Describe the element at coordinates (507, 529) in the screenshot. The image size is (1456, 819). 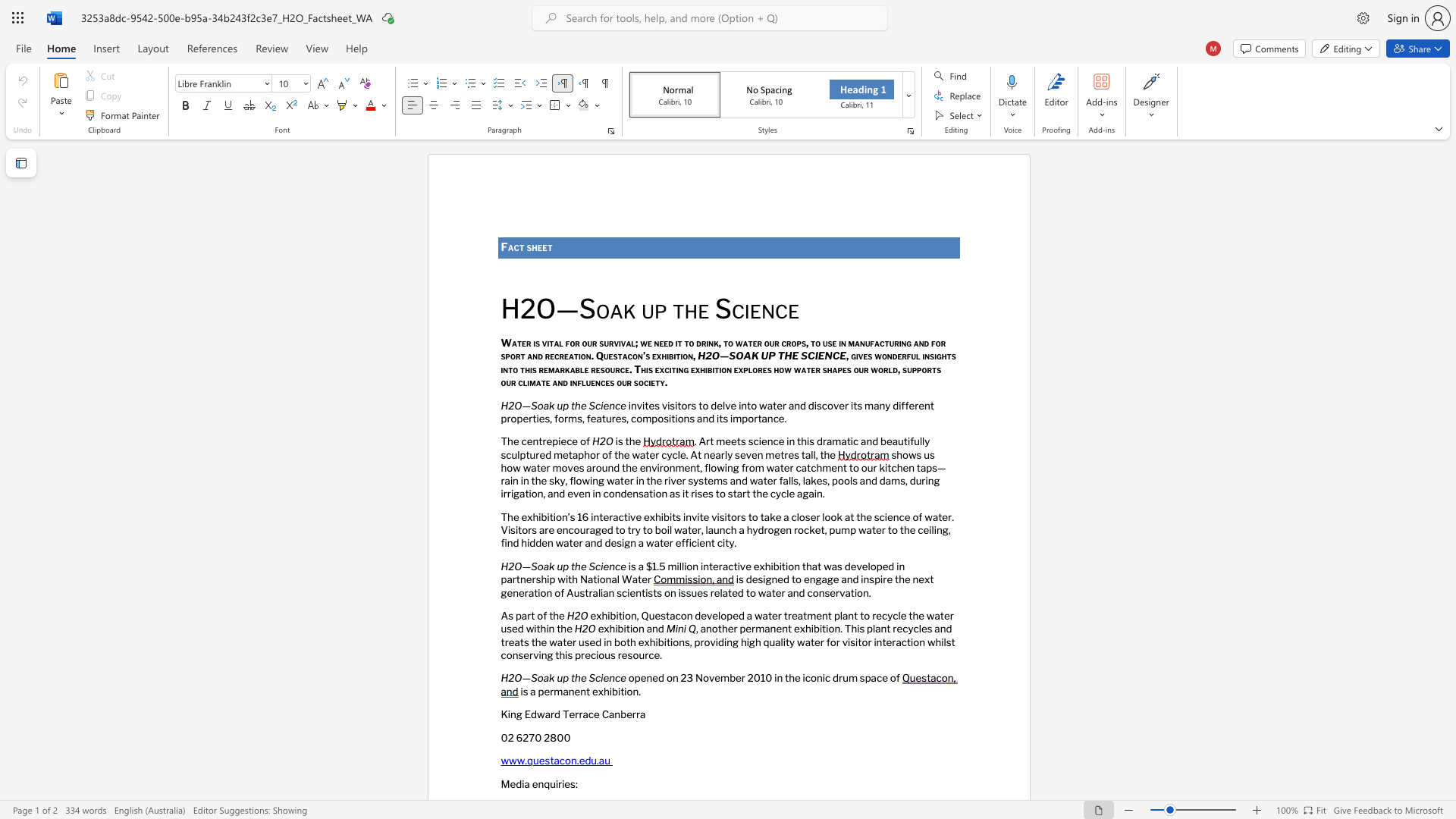
I see `the space between the continuous character "V" and "i" in the text` at that location.